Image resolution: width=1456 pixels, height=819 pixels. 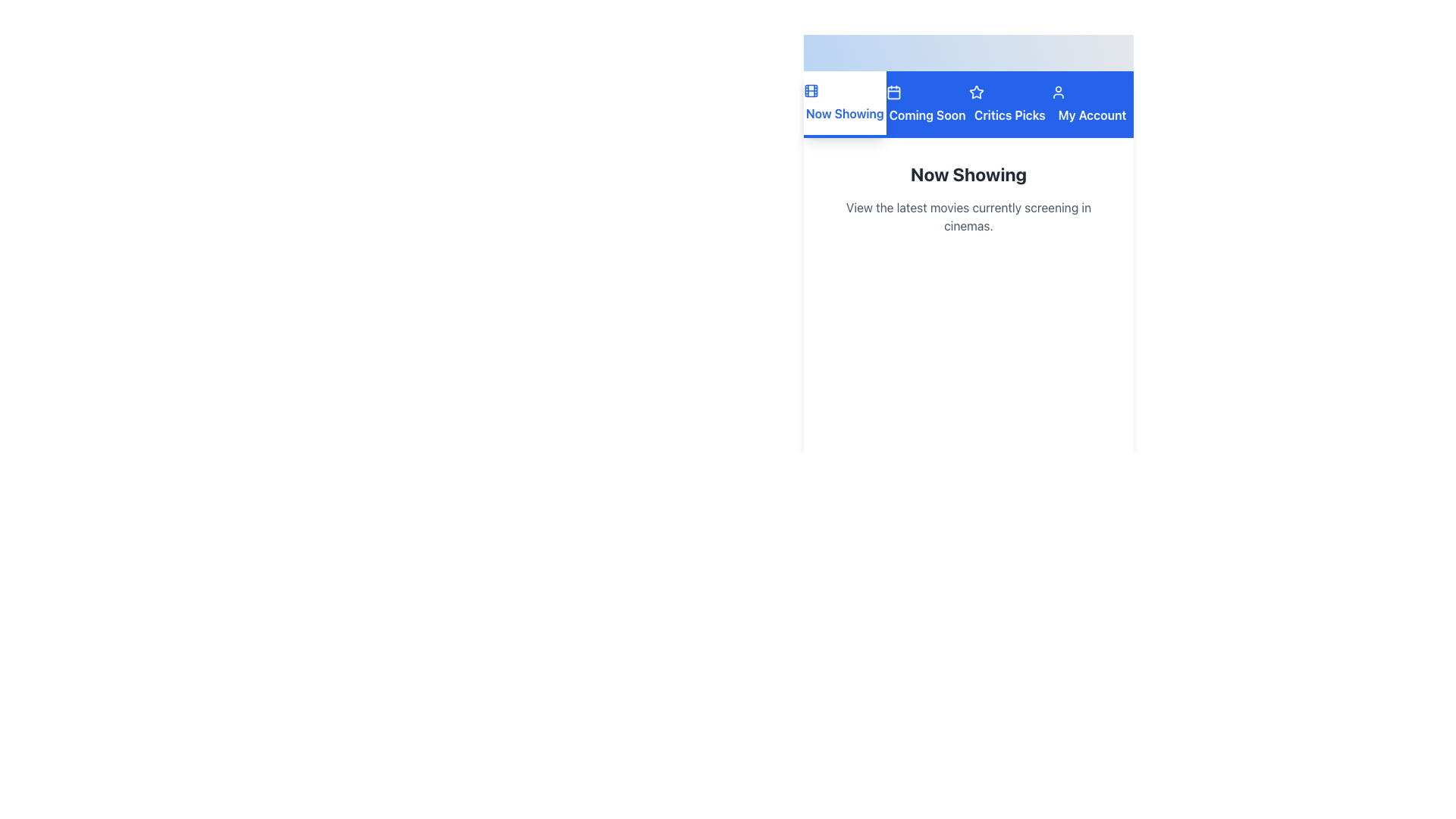 I want to click on the Navigation bar, so click(x=968, y=104).